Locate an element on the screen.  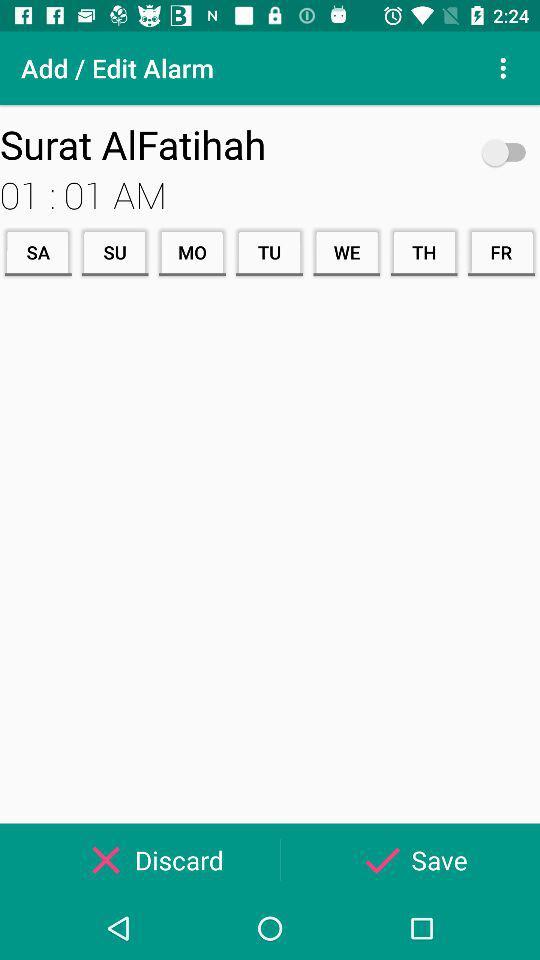
icon below 01 : 01 am item is located at coordinates (38, 251).